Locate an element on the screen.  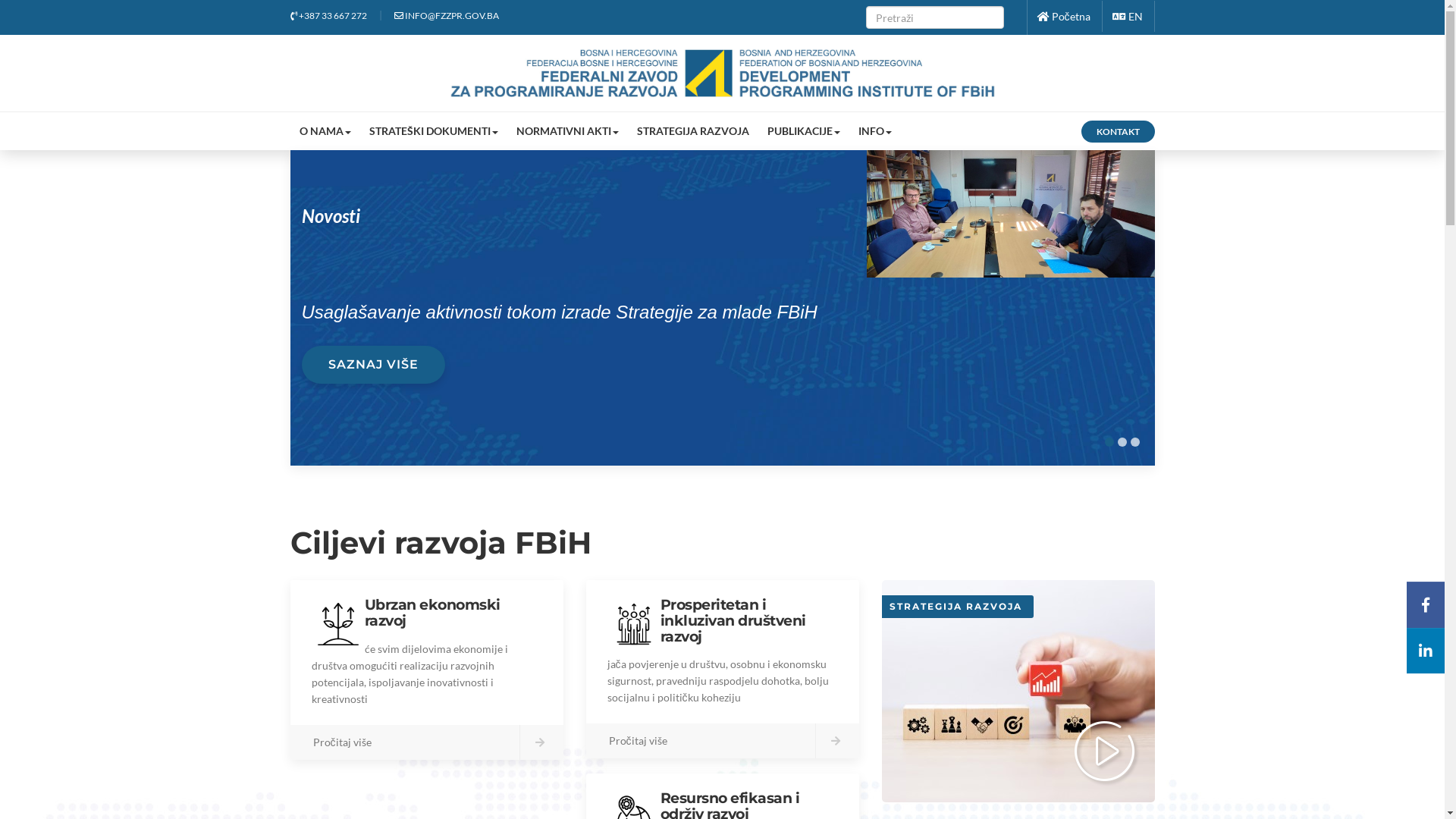
'NORMATIVNI AKTI' is located at coordinates (506, 130).